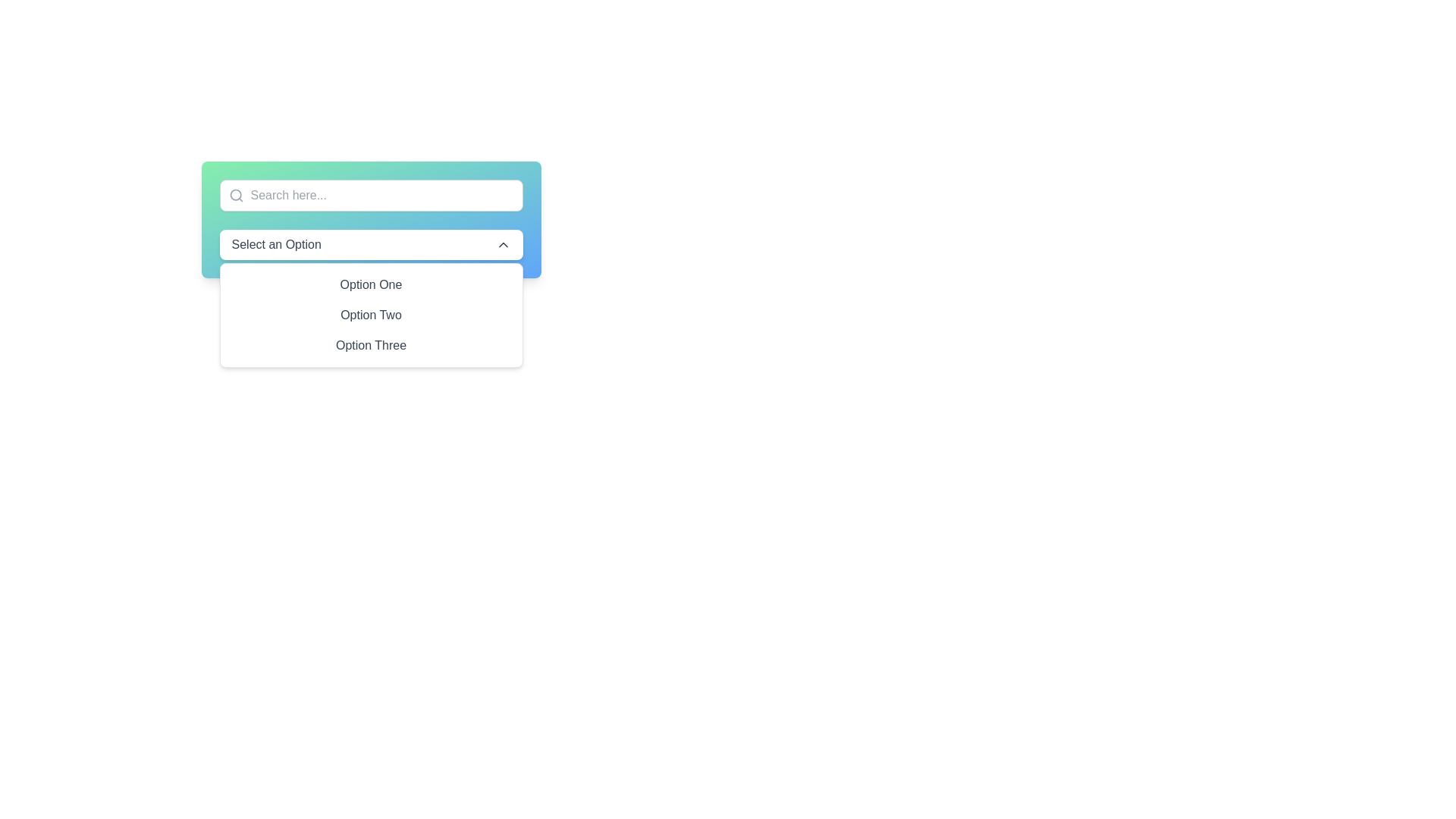 This screenshot has height=819, width=1456. What do you see at coordinates (371, 345) in the screenshot?
I see `the 'Option Three' in the dropdown menu` at bounding box center [371, 345].